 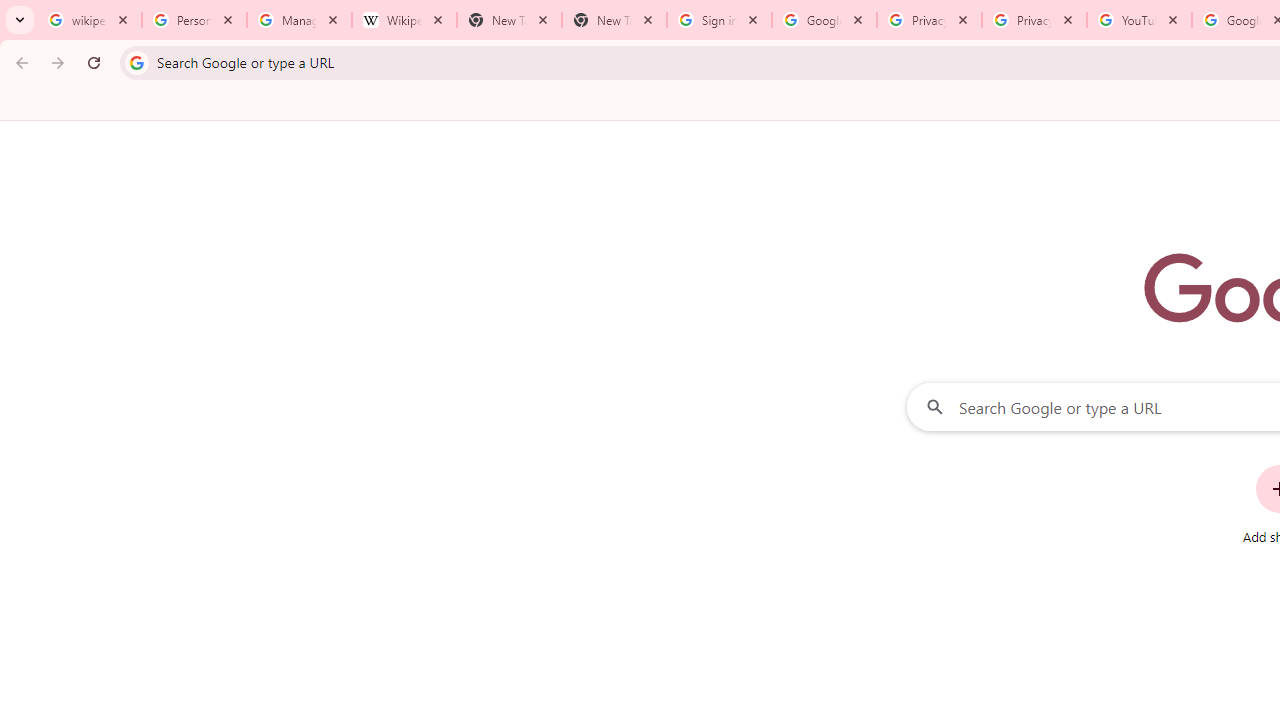 I want to click on 'Personalization & Google Search results - Google Search Help', so click(x=194, y=20).